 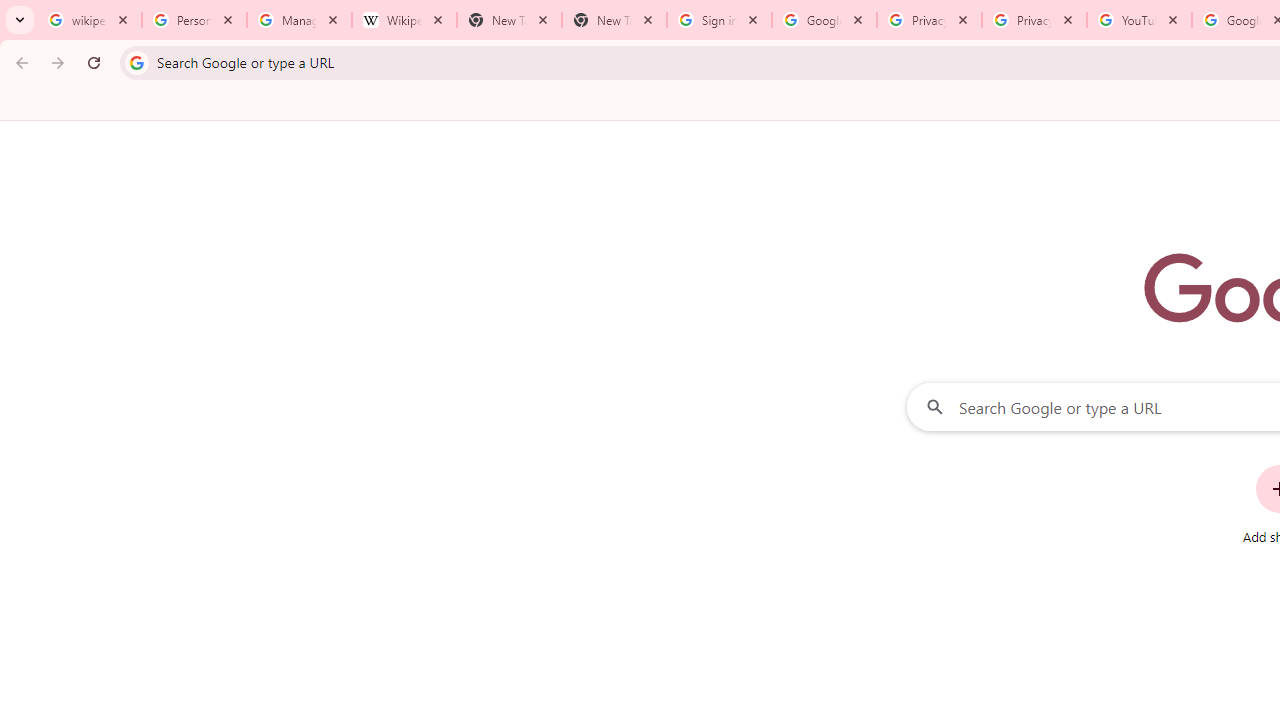 I want to click on 'Personalization & Google Search results - Google Search Help', so click(x=194, y=20).